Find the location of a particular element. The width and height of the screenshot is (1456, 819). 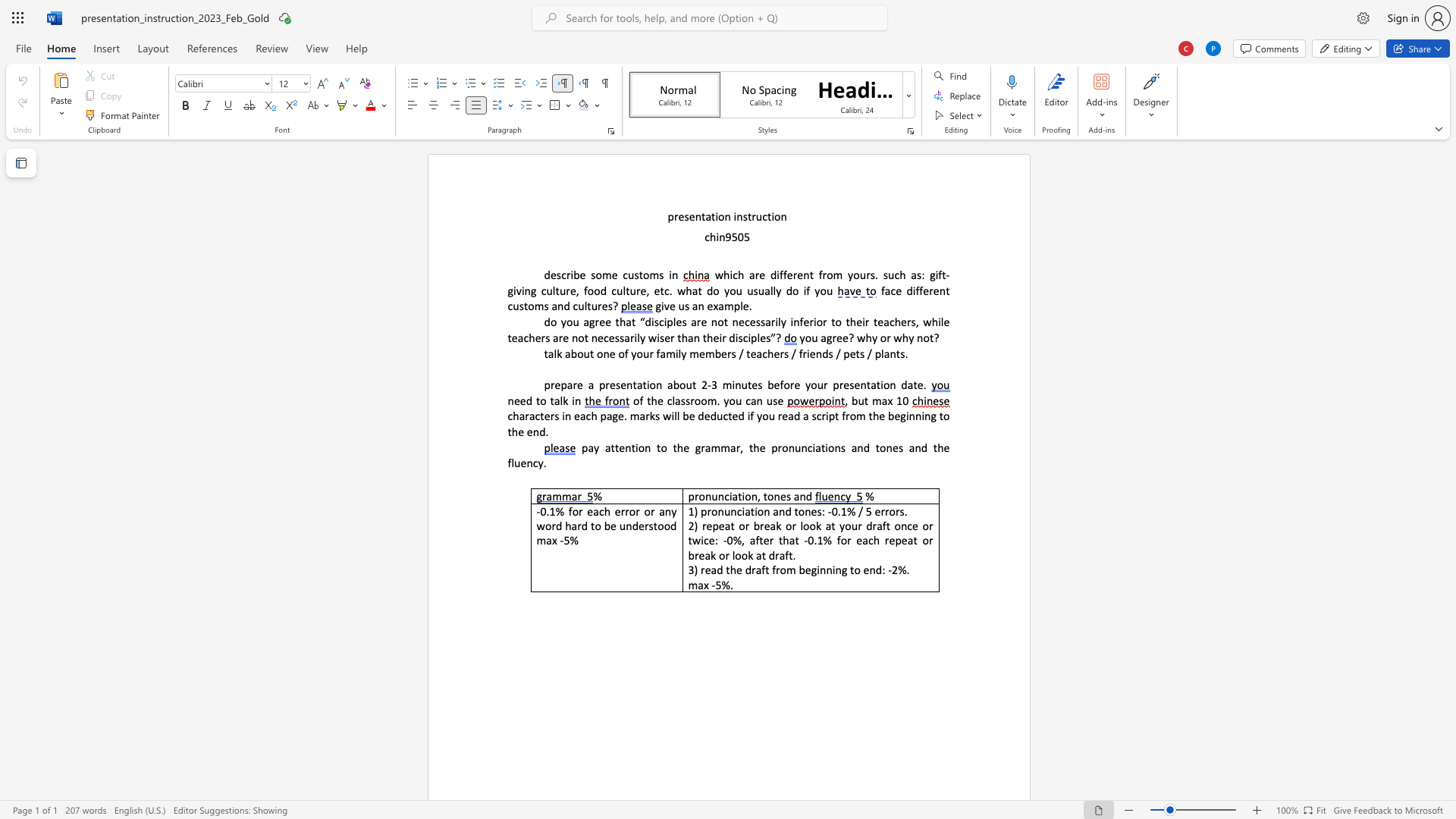

the 2th character "n" in the text is located at coordinates (560, 306).